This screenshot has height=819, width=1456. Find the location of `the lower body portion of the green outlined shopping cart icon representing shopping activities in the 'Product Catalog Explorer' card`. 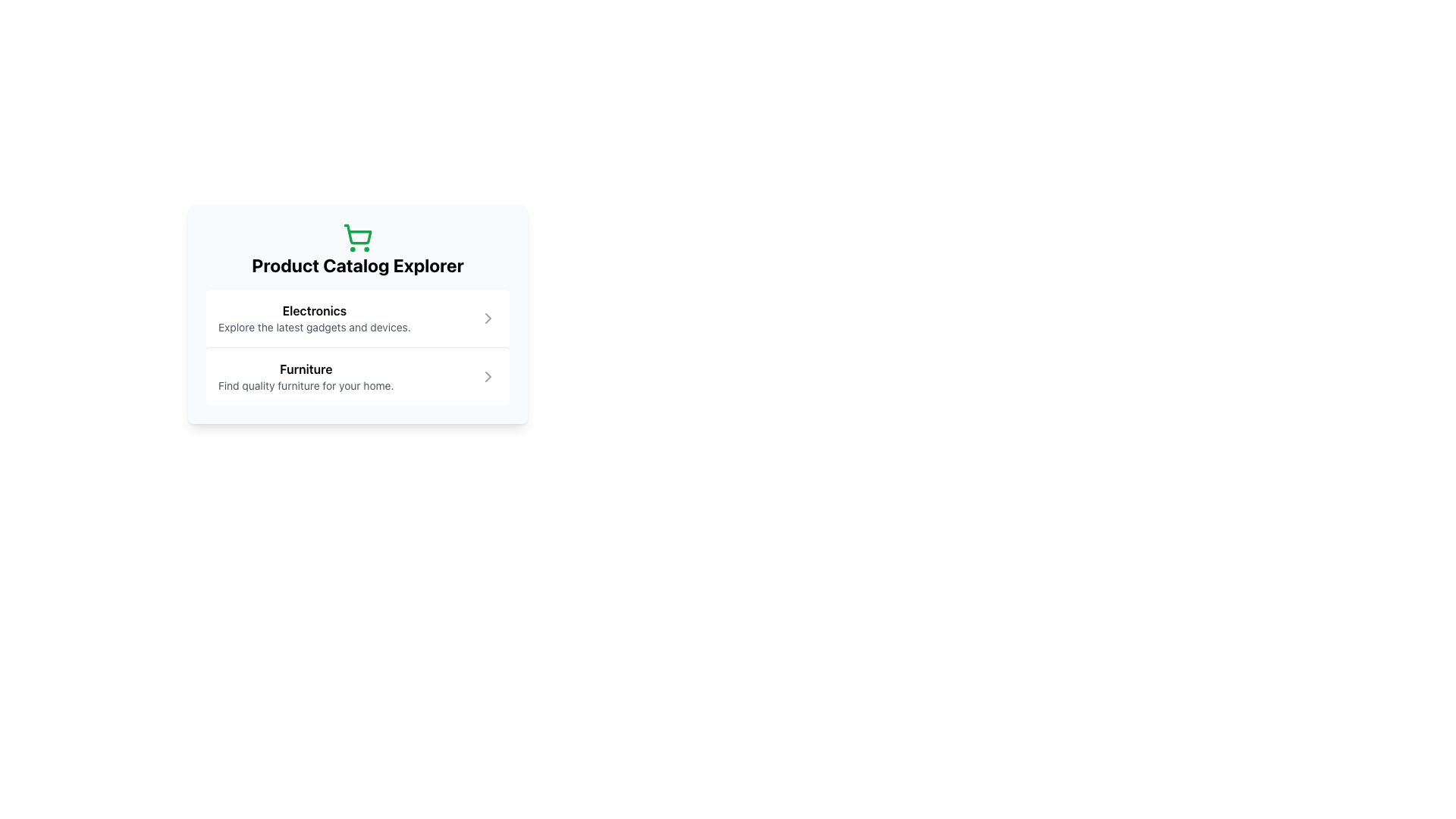

the lower body portion of the green outlined shopping cart icon representing shopping activities in the 'Product Catalog Explorer' card is located at coordinates (357, 234).